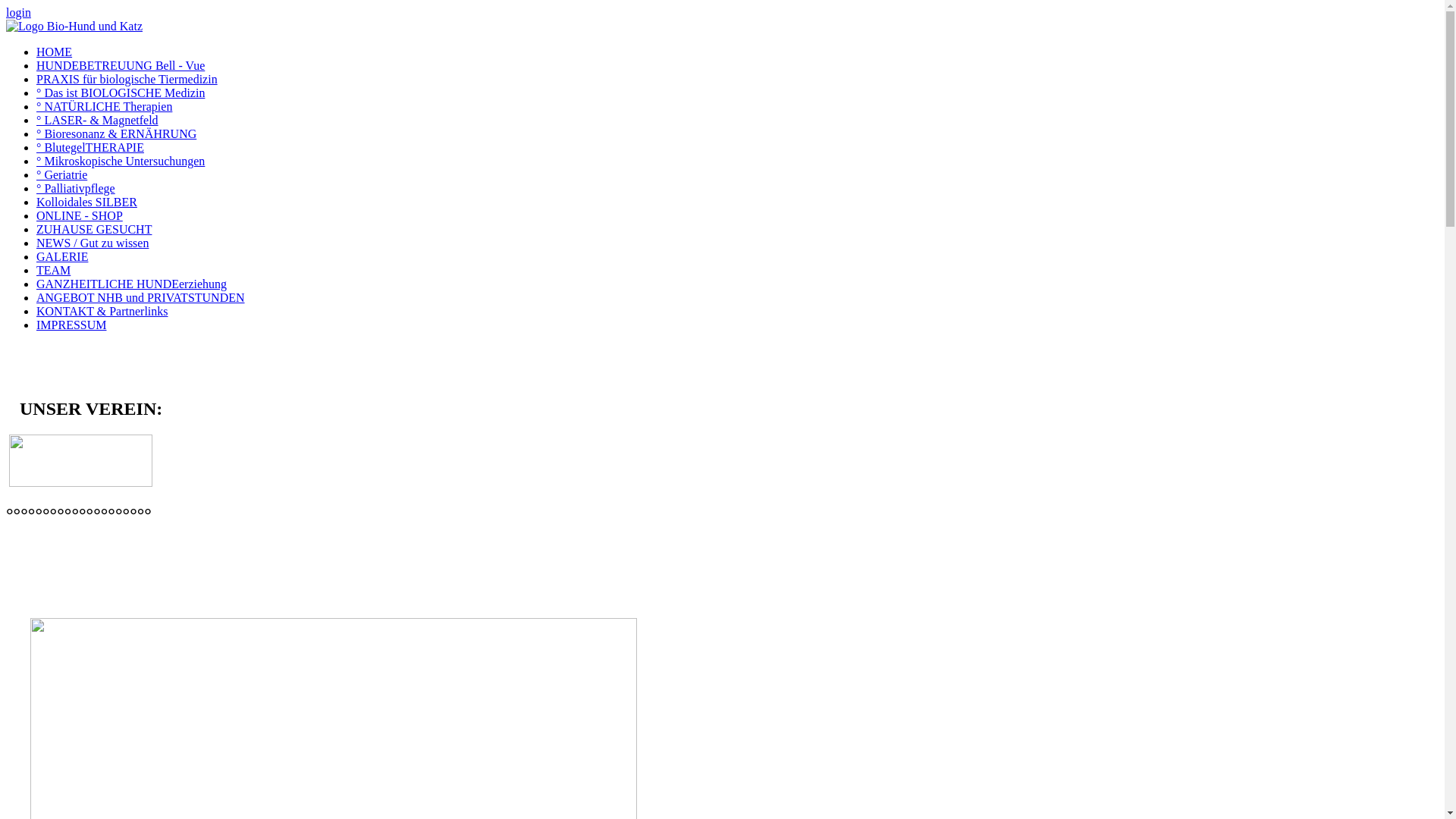  Describe the element at coordinates (91, 242) in the screenshot. I see `'NEWS / Gut zu wissen'` at that location.